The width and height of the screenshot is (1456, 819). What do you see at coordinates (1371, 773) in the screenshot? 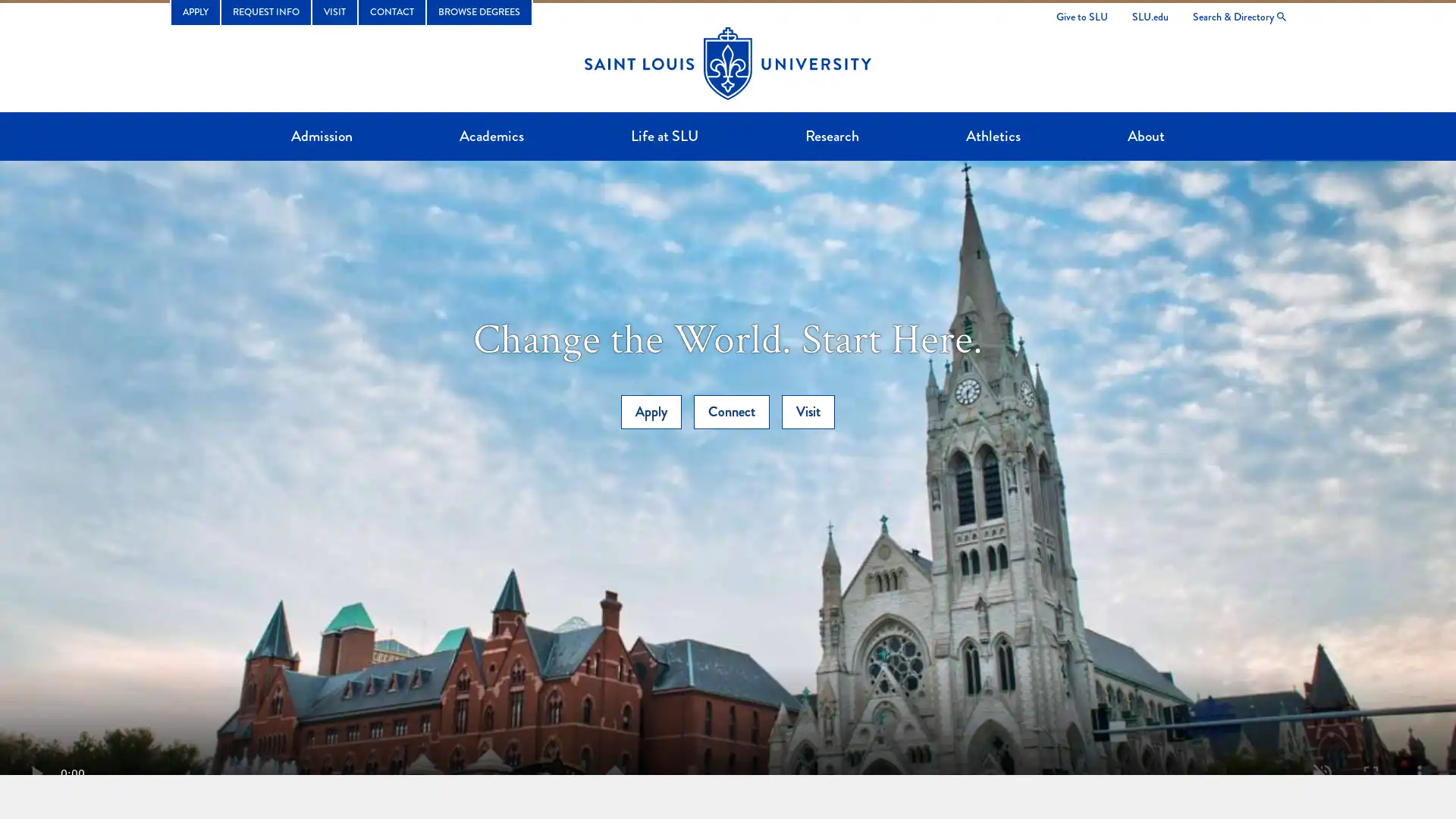
I see `enter full screen` at bounding box center [1371, 773].